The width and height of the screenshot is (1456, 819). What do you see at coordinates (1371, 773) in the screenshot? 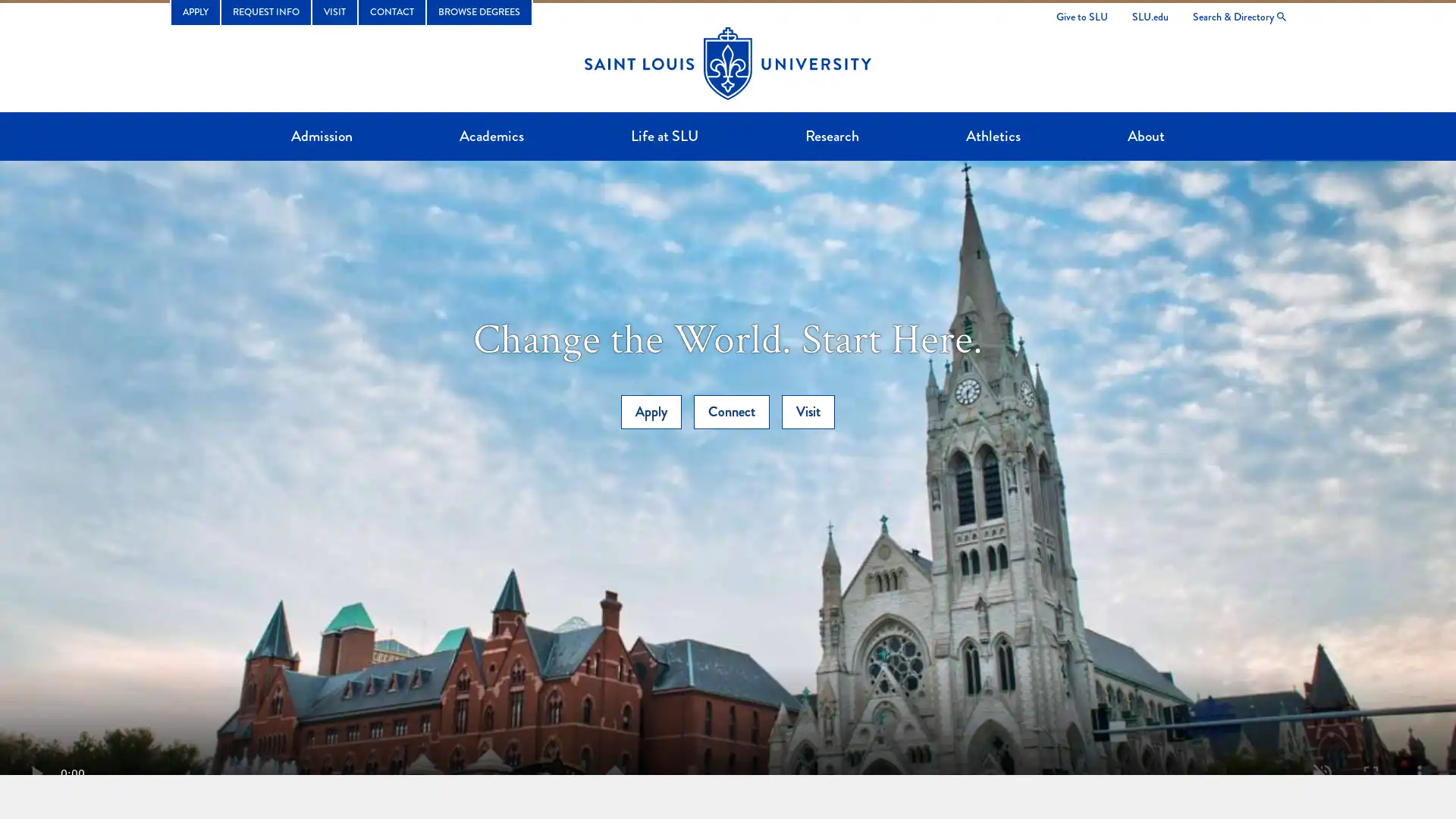
I see `enter full screen` at bounding box center [1371, 773].